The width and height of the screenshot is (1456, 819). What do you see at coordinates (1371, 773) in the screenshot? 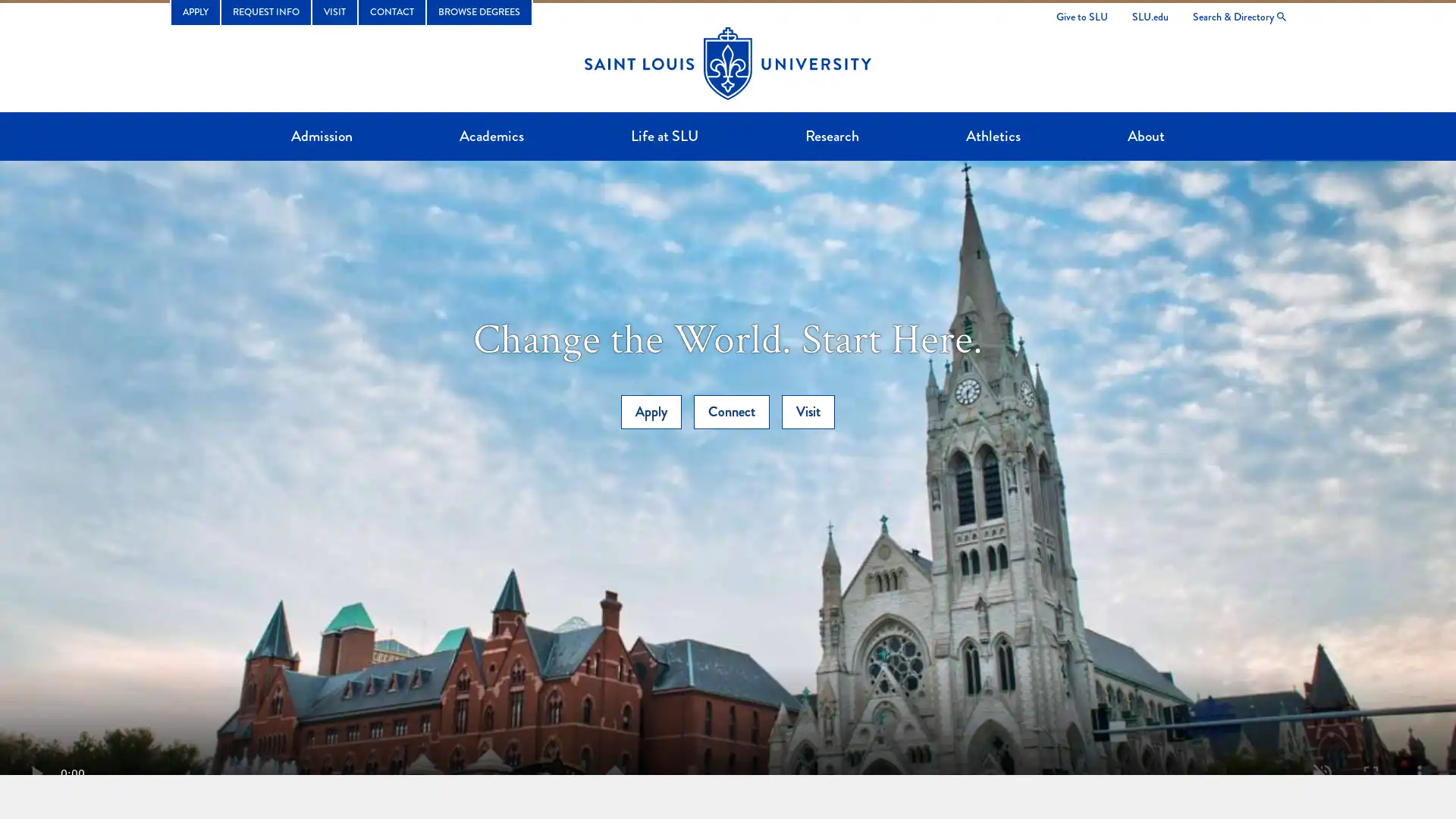
I see `enter full screen` at bounding box center [1371, 773].